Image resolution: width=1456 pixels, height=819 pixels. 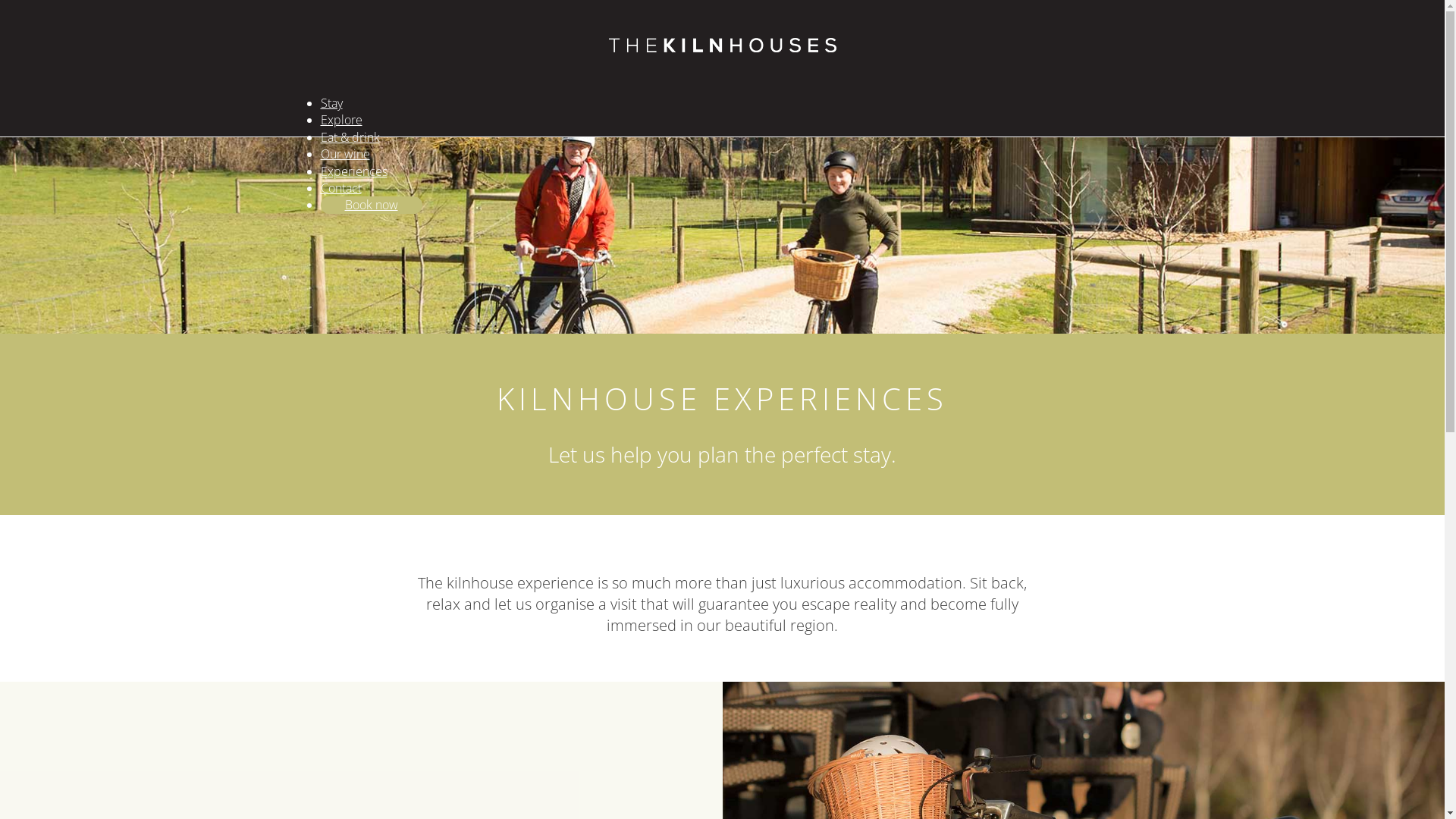 I want to click on 'Our wine', so click(x=344, y=154).